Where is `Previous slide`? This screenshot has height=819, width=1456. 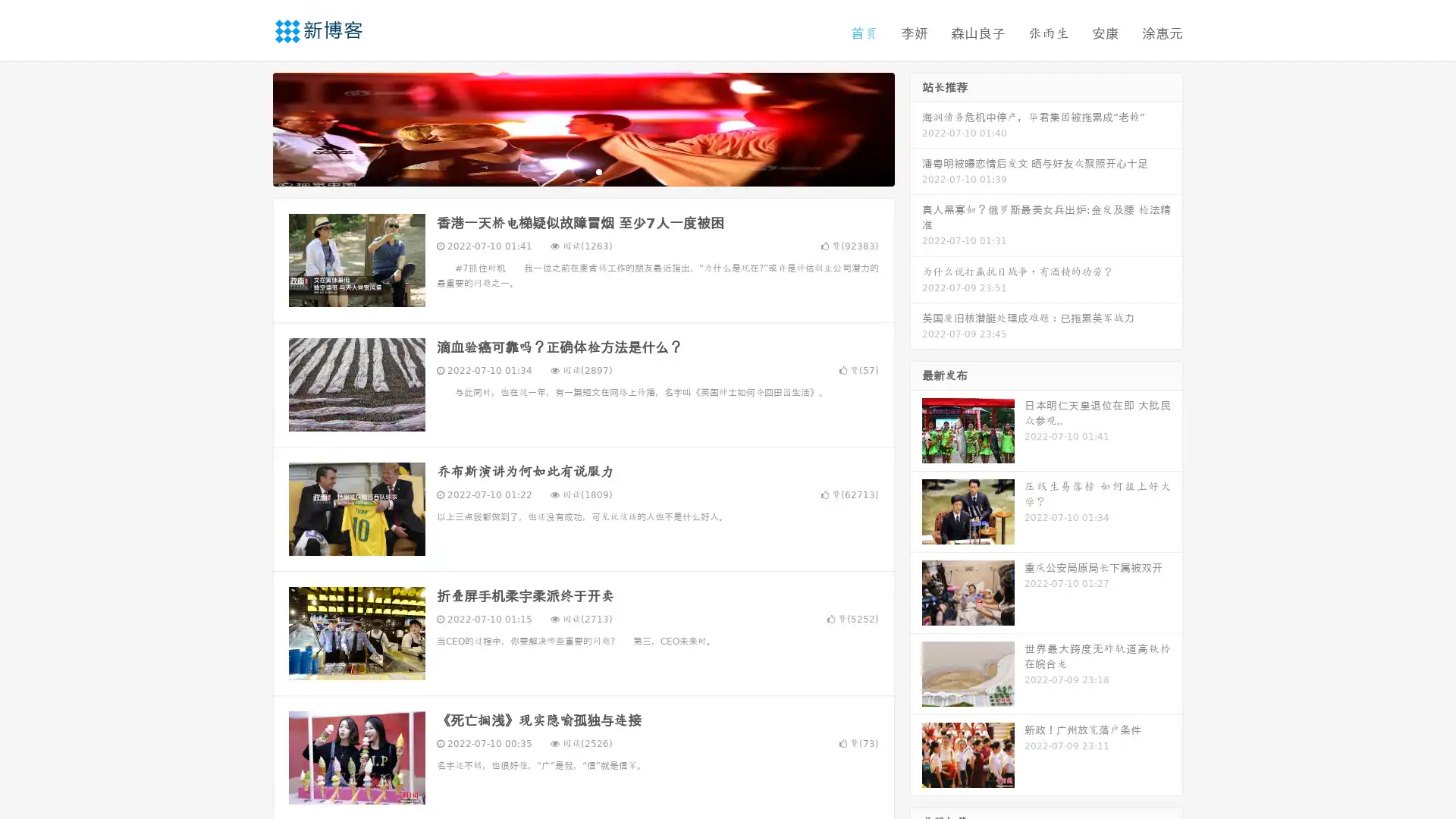
Previous slide is located at coordinates (250, 127).